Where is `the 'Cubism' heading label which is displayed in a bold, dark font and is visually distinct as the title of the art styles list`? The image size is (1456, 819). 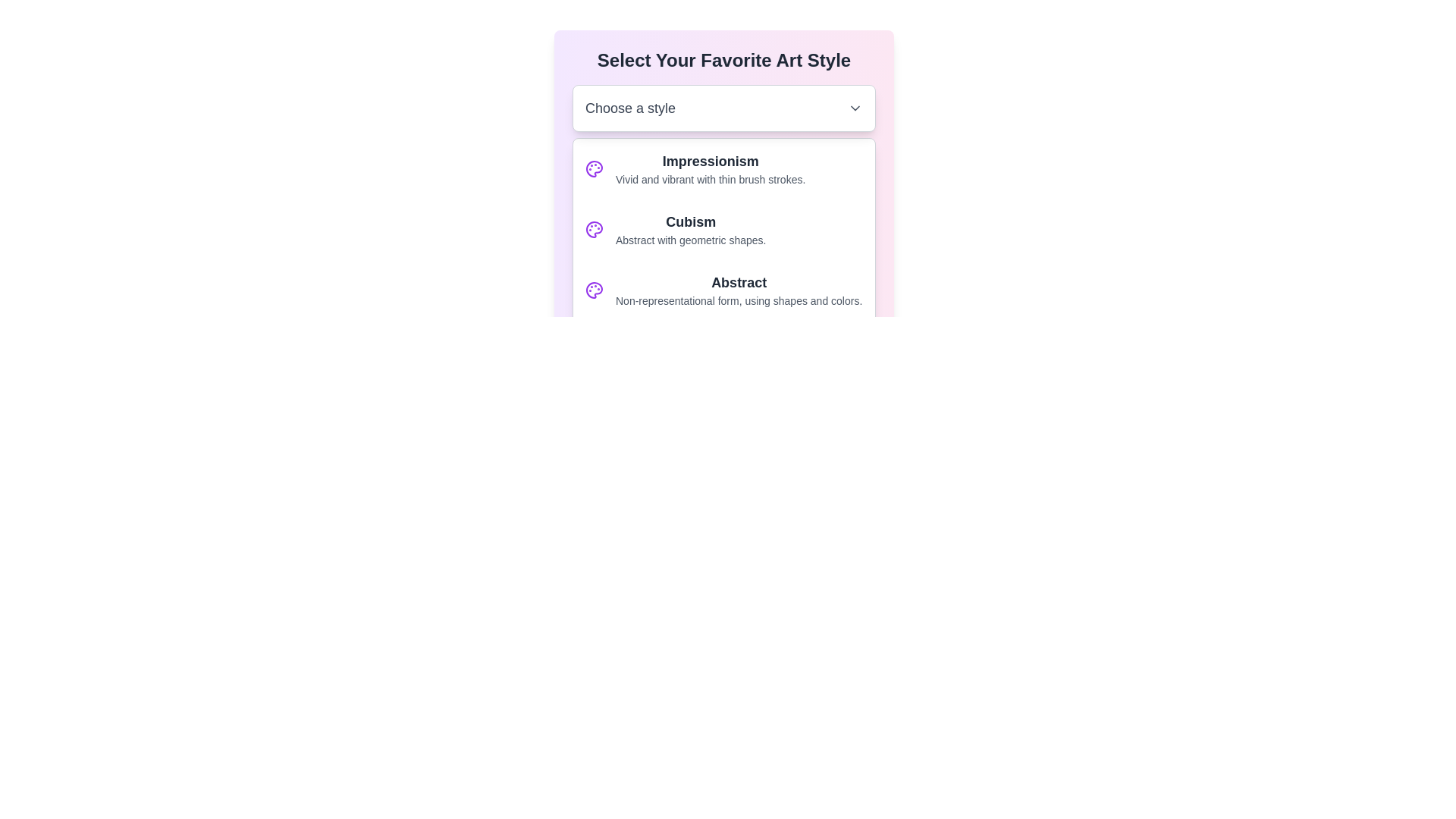
the 'Cubism' heading label which is displayed in a bold, dark font and is visually distinct as the title of the art styles list is located at coordinates (690, 222).